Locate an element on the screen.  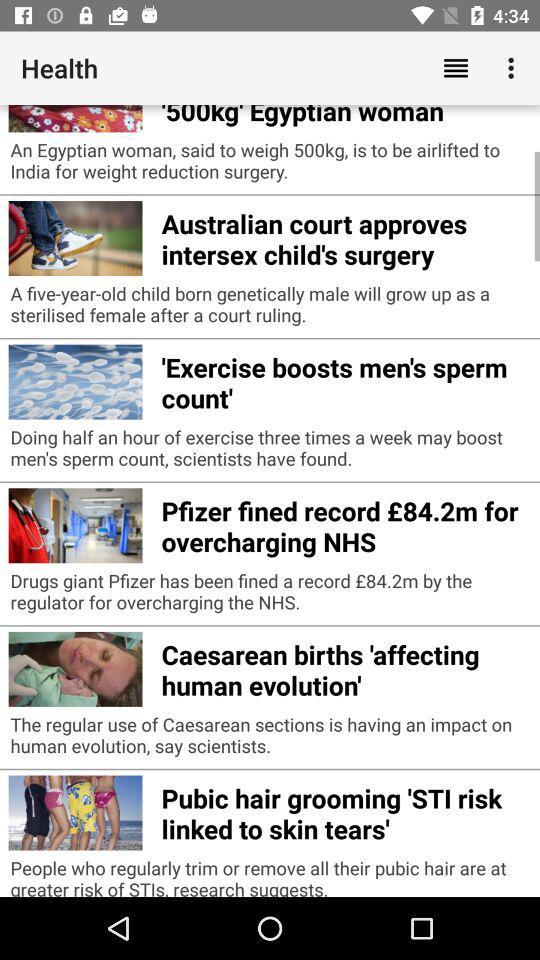
the doing half an app is located at coordinates (270, 453).